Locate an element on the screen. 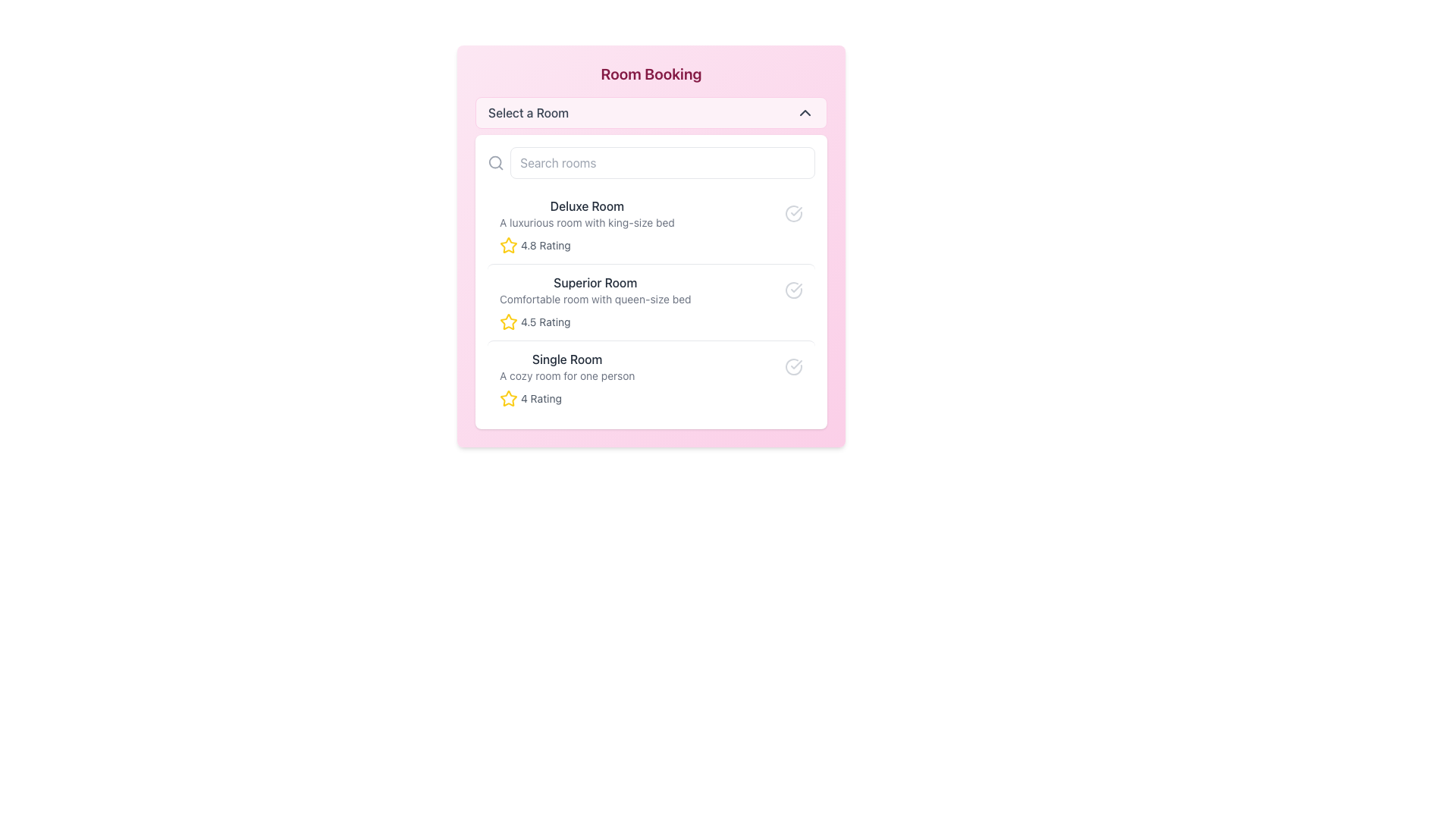 The height and width of the screenshot is (819, 1456). the dropdown button located underneath the 'Room Booking' title is located at coordinates (651, 112).